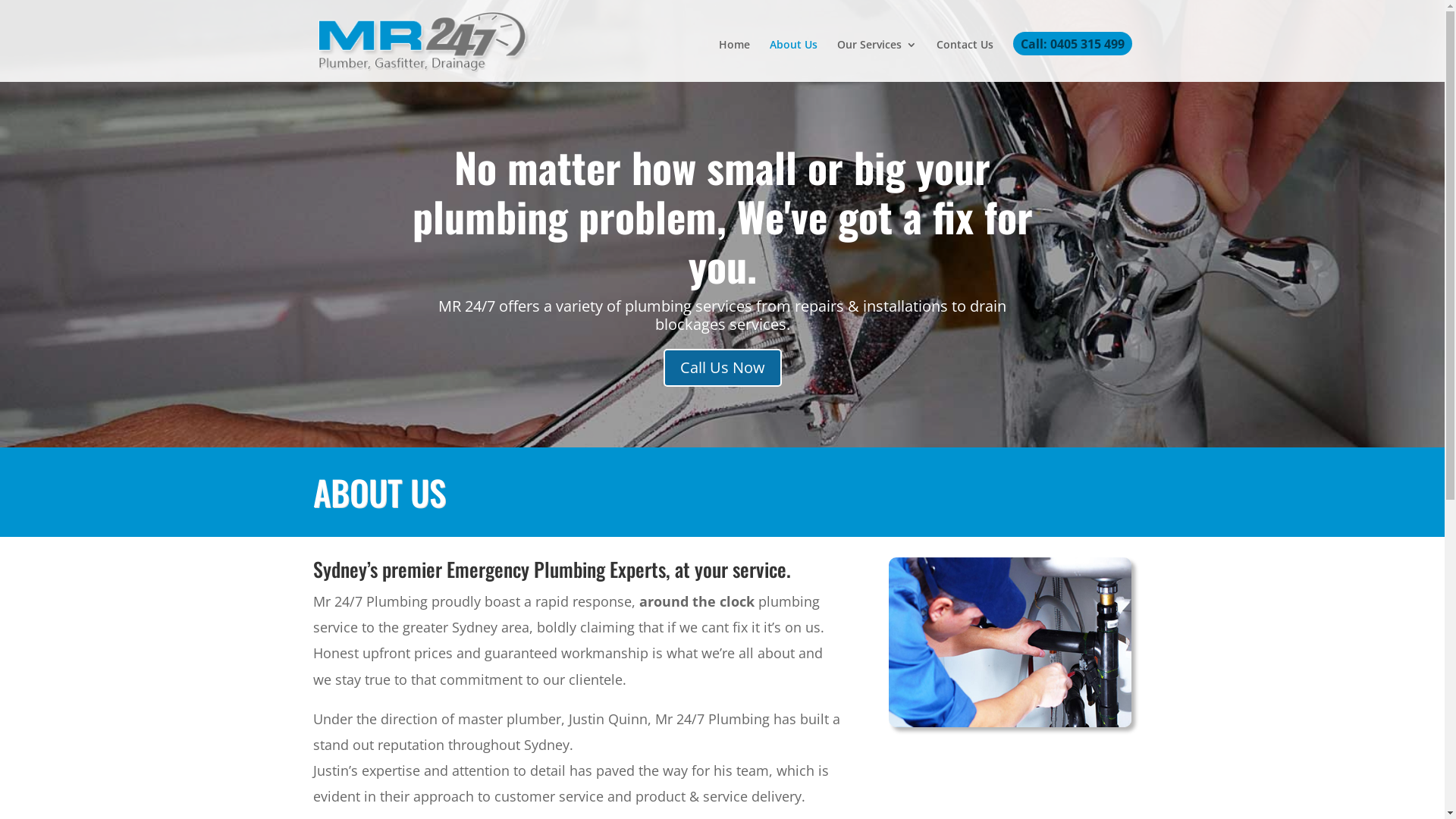 The height and width of the screenshot is (819, 1456). I want to click on 'Home', so click(734, 60).